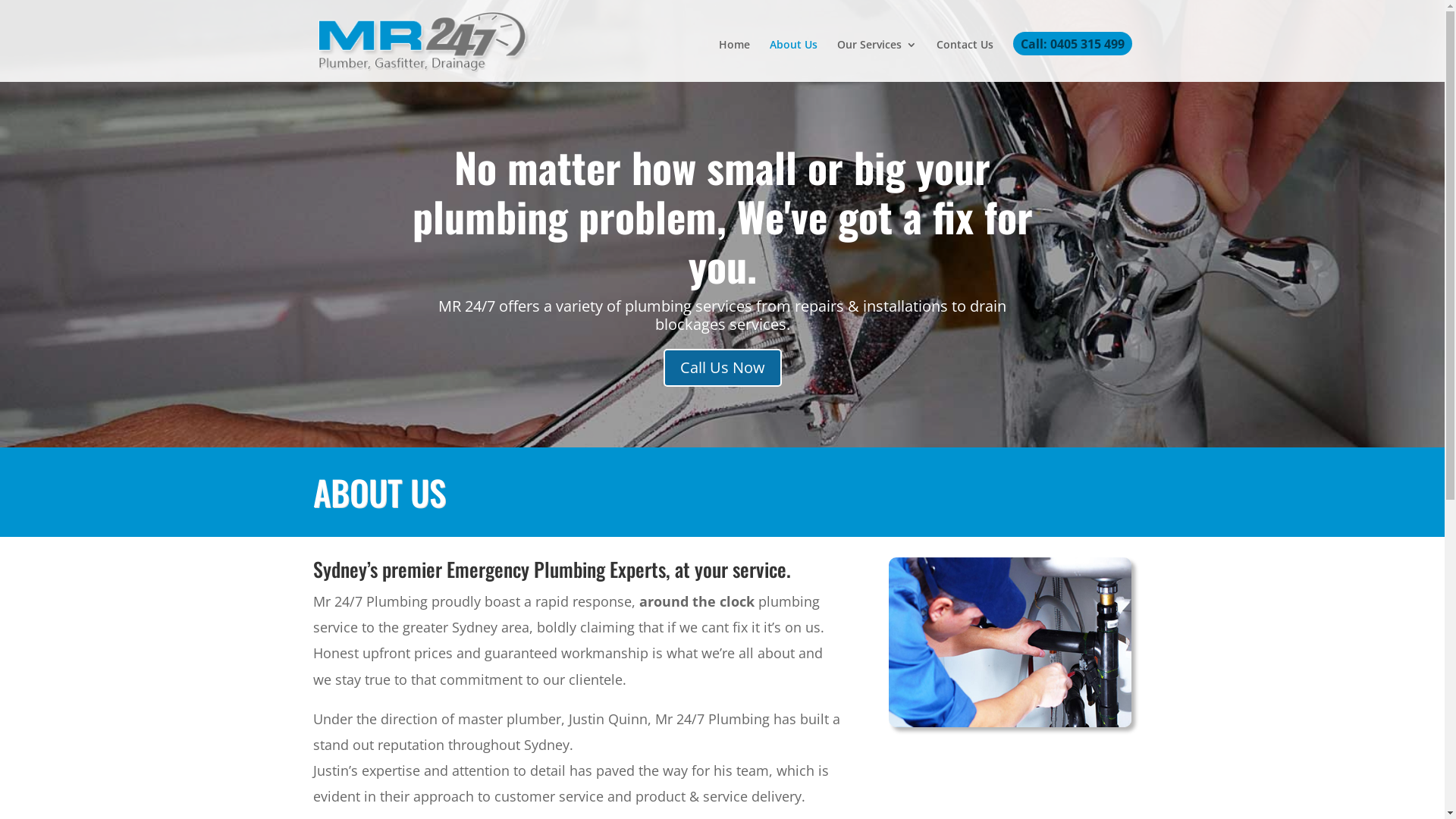 The height and width of the screenshot is (819, 1456). I want to click on 'Home', so click(734, 60).